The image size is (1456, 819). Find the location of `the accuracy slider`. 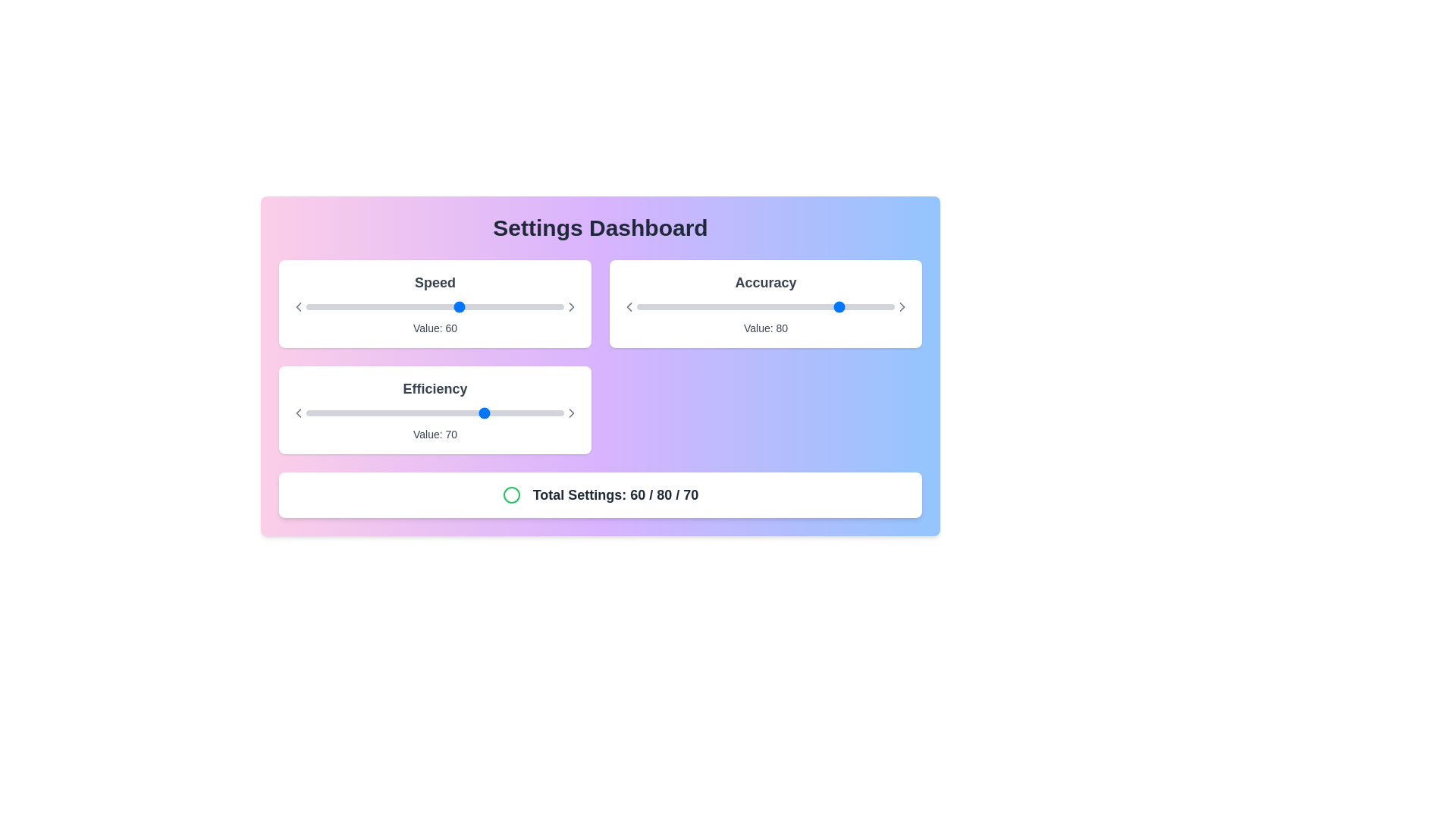

the accuracy slider is located at coordinates (866, 307).